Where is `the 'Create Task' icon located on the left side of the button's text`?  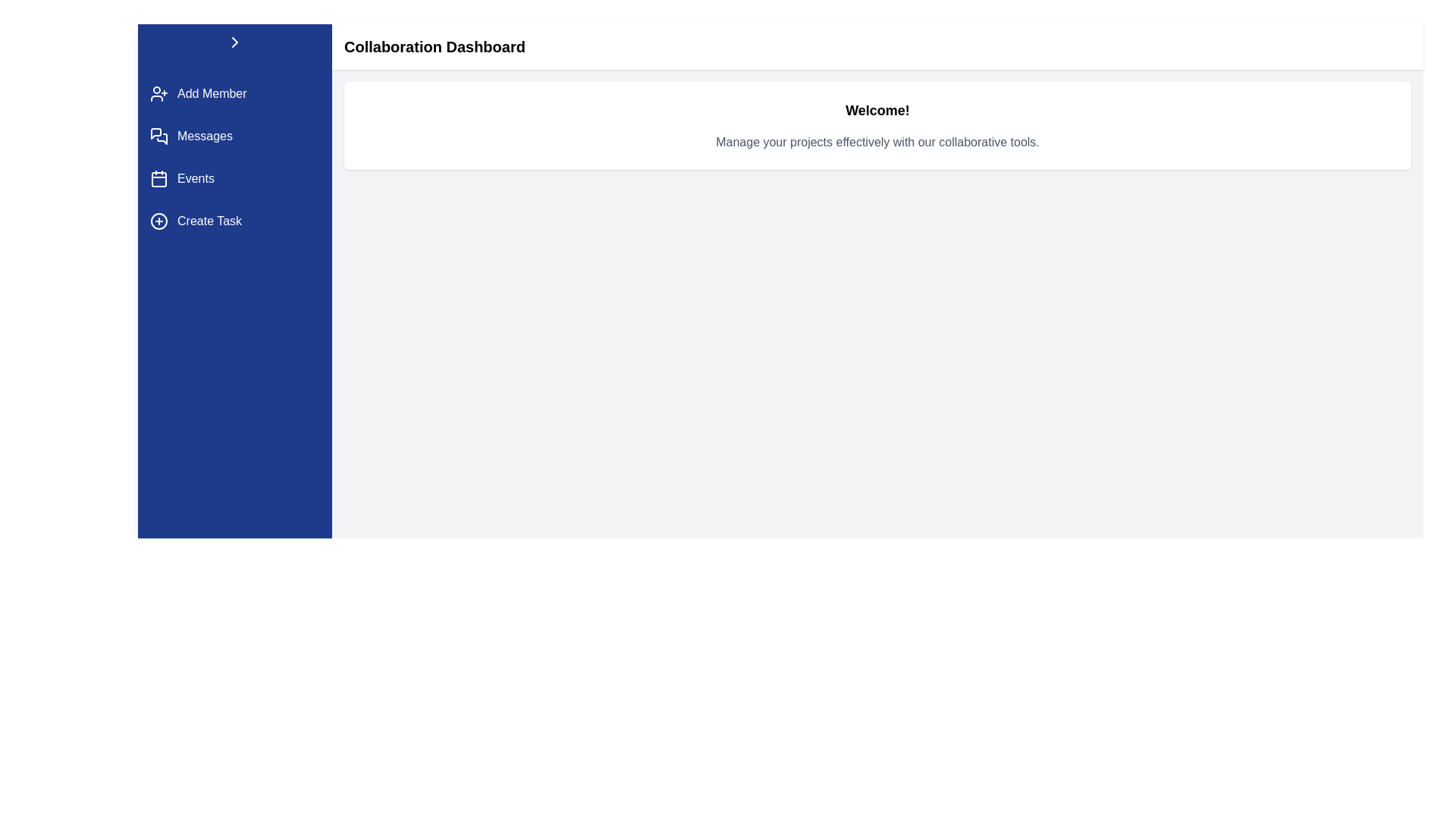 the 'Create Task' icon located on the left side of the button's text is located at coordinates (159, 221).